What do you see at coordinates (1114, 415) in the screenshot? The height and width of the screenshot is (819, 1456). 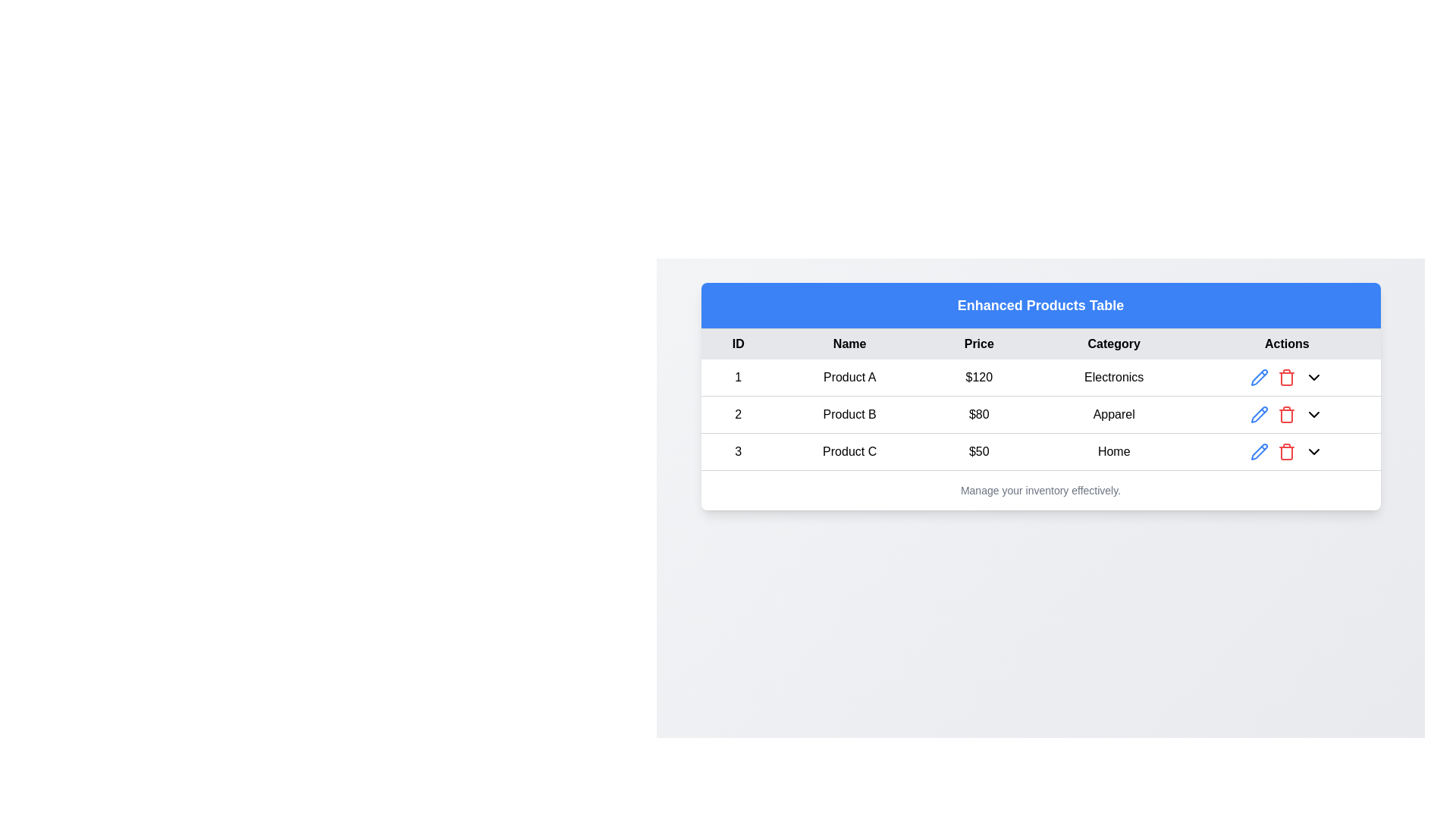 I see `text label displaying 'Apparel', which is located in the category column of the row for 'Product B'` at bounding box center [1114, 415].